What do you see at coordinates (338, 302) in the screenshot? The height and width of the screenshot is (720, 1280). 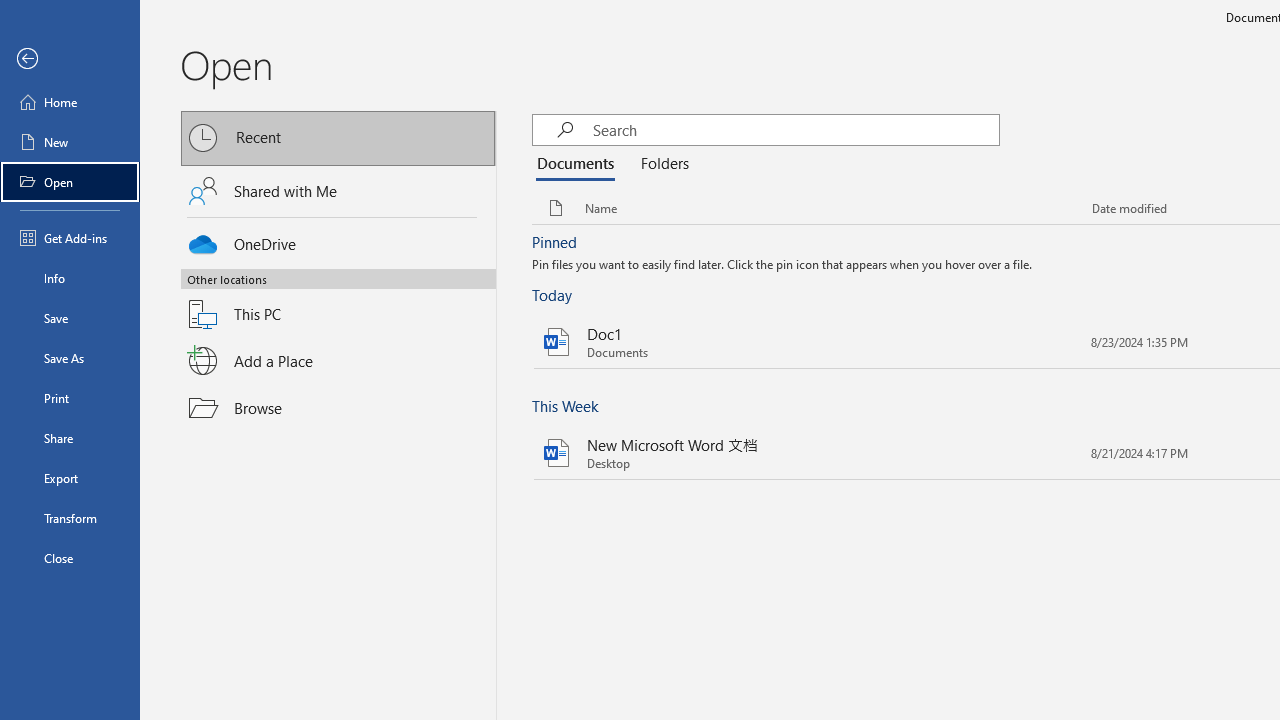 I see `'This PC'` at bounding box center [338, 302].